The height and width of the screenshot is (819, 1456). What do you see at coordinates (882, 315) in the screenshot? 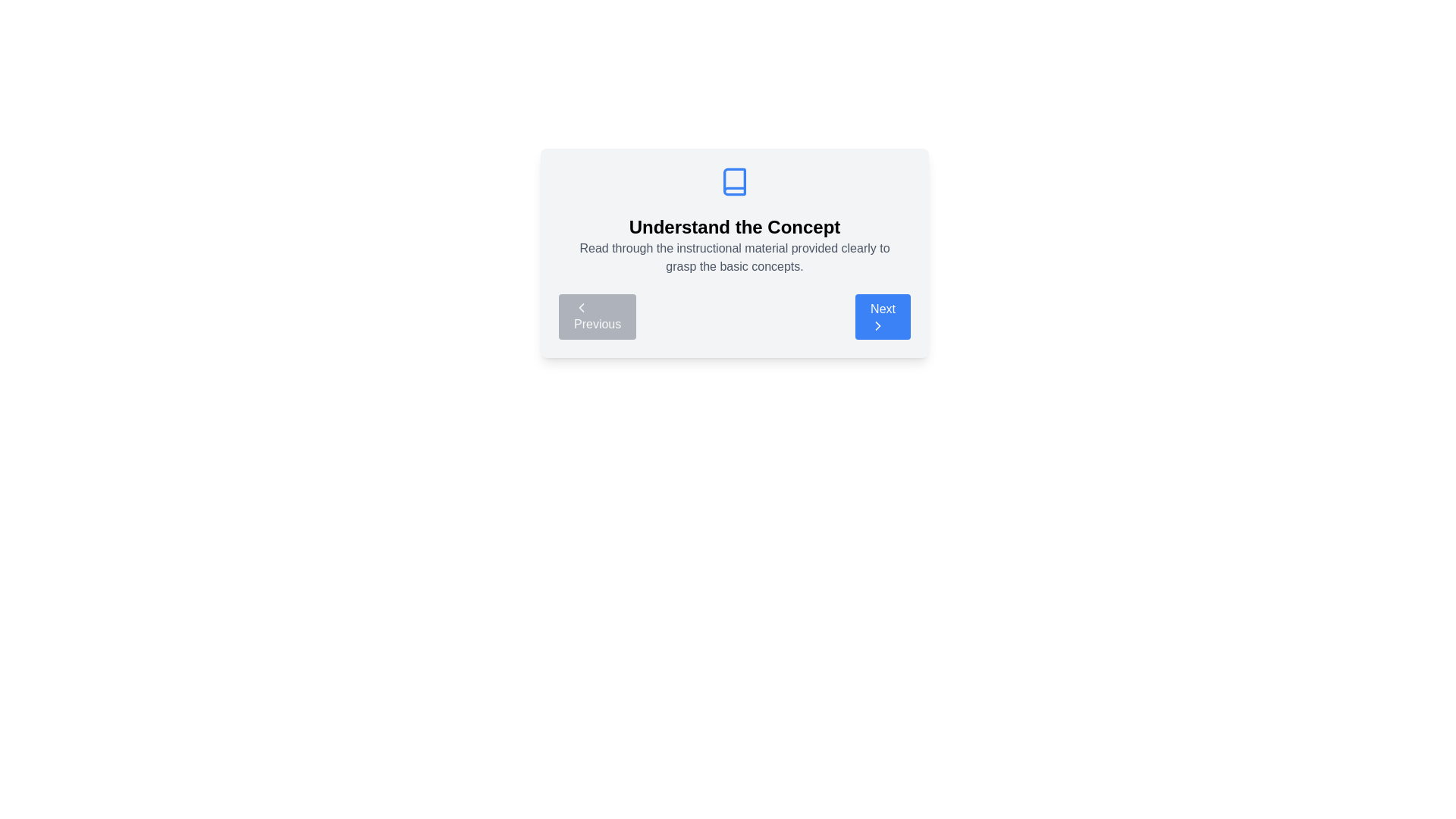
I see `the 'Next' button to navigate to the next step` at bounding box center [882, 315].